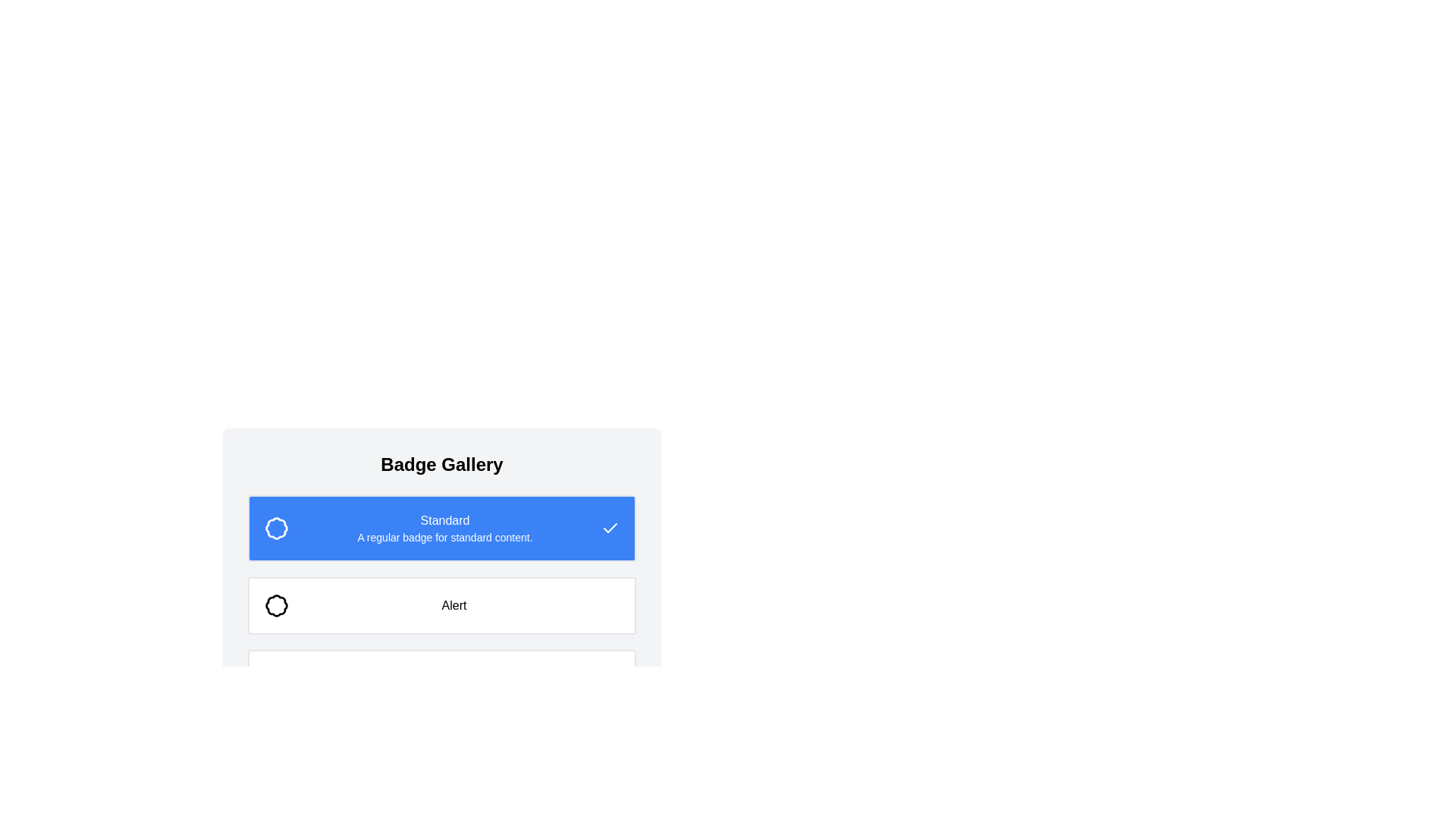 The width and height of the screenshot is (1456, 819). Describe the element at coordinates (441, 464) in the screenshot. I see `the 'Badge Gallery' text label, which is a bold, large font label centered at the top of a gray background block` at that location.